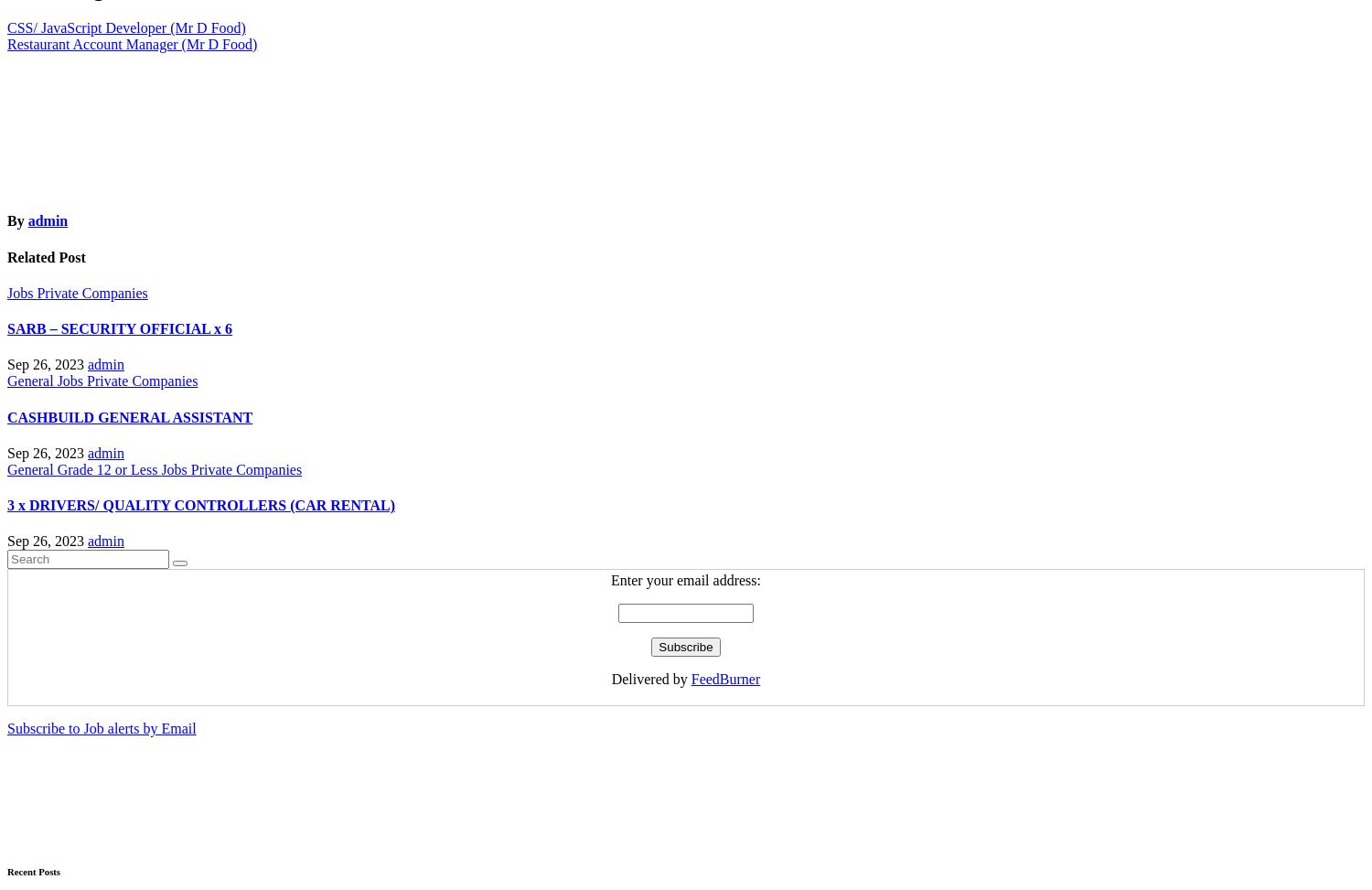 The image size is (1372, 890). I want to click on 'SARB – SECURITY OFFICIAL x 6', so click(119, 327).